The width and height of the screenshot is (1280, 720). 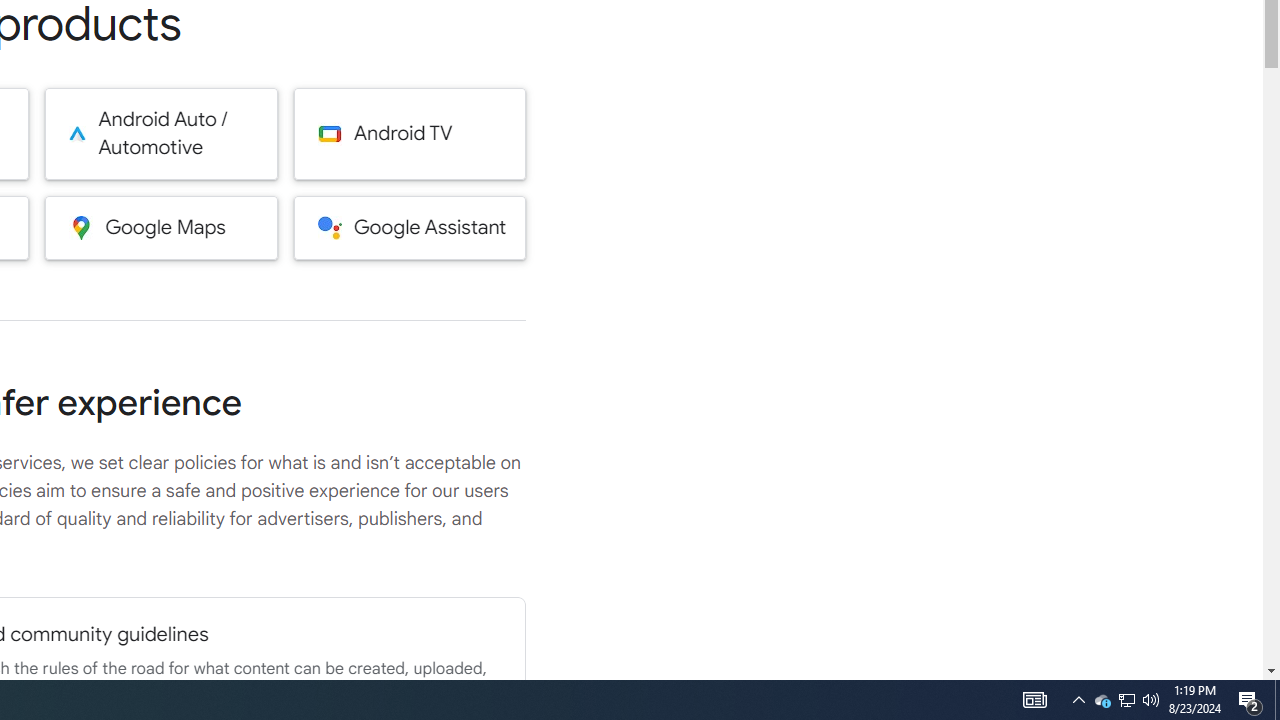 What do you see at coordinates (409, 133) in the screenshot?
I see `'Android TV'` at bounding box center [409, 133].